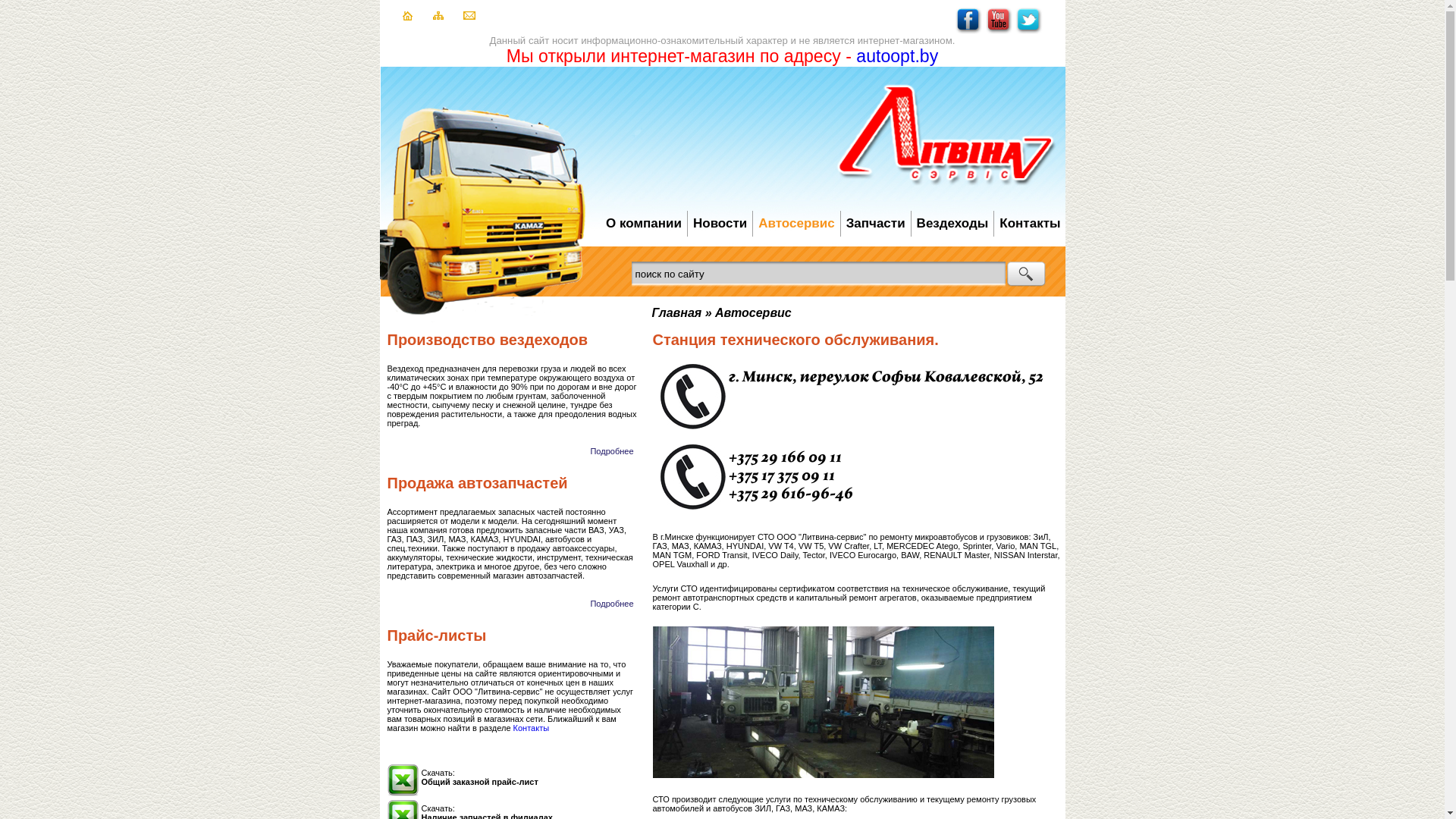 The height and width of the screenshot is (819, 1456). Describe the element at coordinates (406, 17) in the screenshot. I see `'home'` at that location.